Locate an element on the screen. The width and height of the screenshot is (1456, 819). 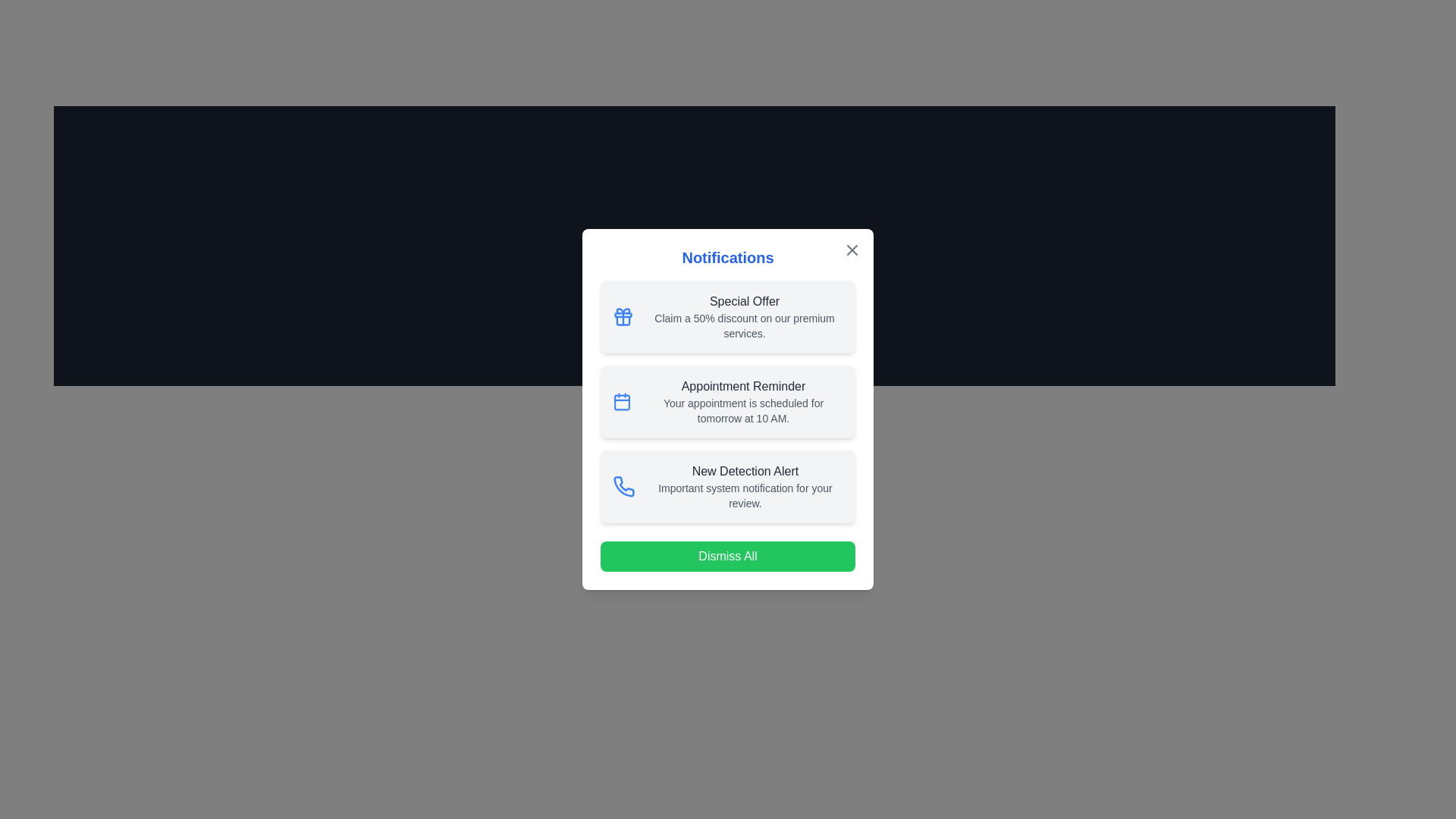
the text label that conveys the title of the alert or notification is located at coordinates (745, 470).